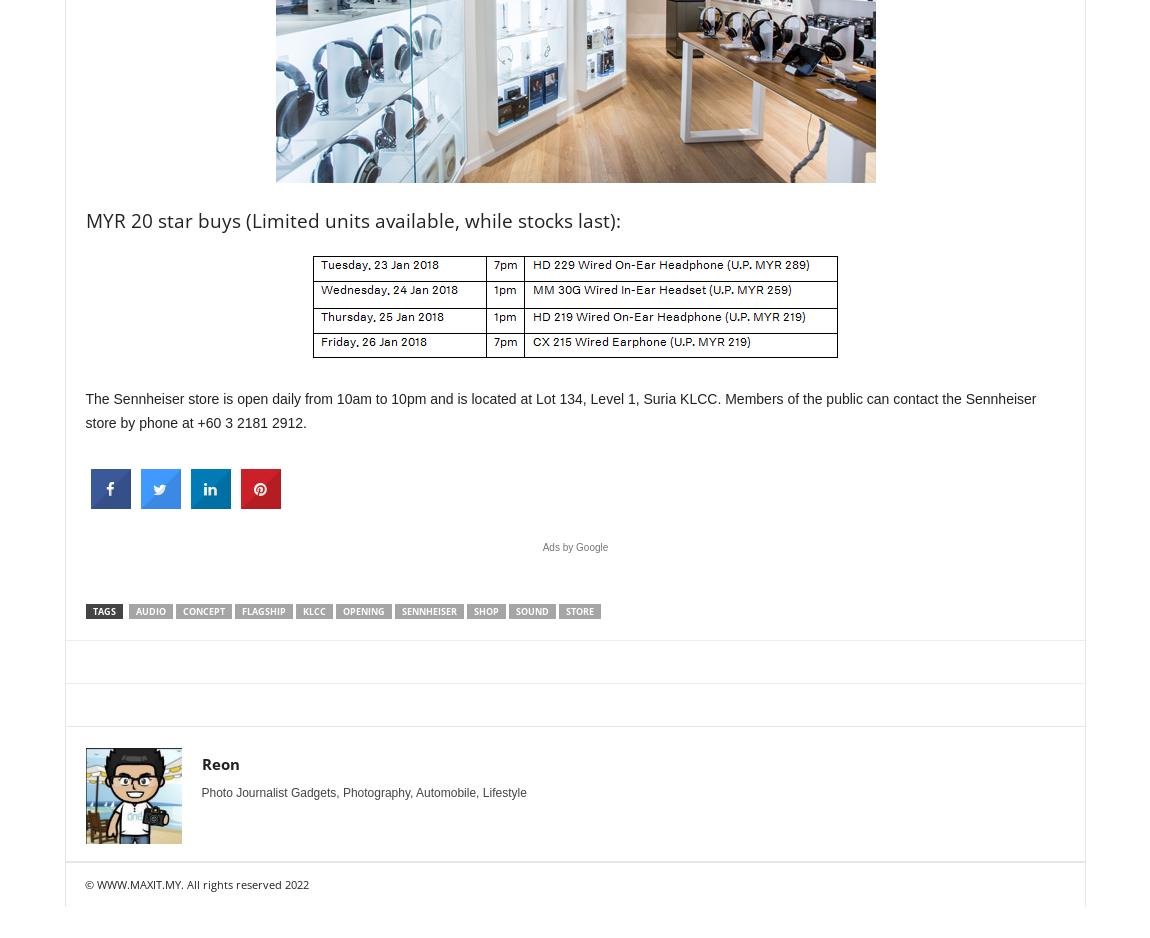  Describe the element at coordinates (82, 884) in the screenshot. I see `'© WWW.MAXIT.MY. All rights reserved 2022'` at that location.